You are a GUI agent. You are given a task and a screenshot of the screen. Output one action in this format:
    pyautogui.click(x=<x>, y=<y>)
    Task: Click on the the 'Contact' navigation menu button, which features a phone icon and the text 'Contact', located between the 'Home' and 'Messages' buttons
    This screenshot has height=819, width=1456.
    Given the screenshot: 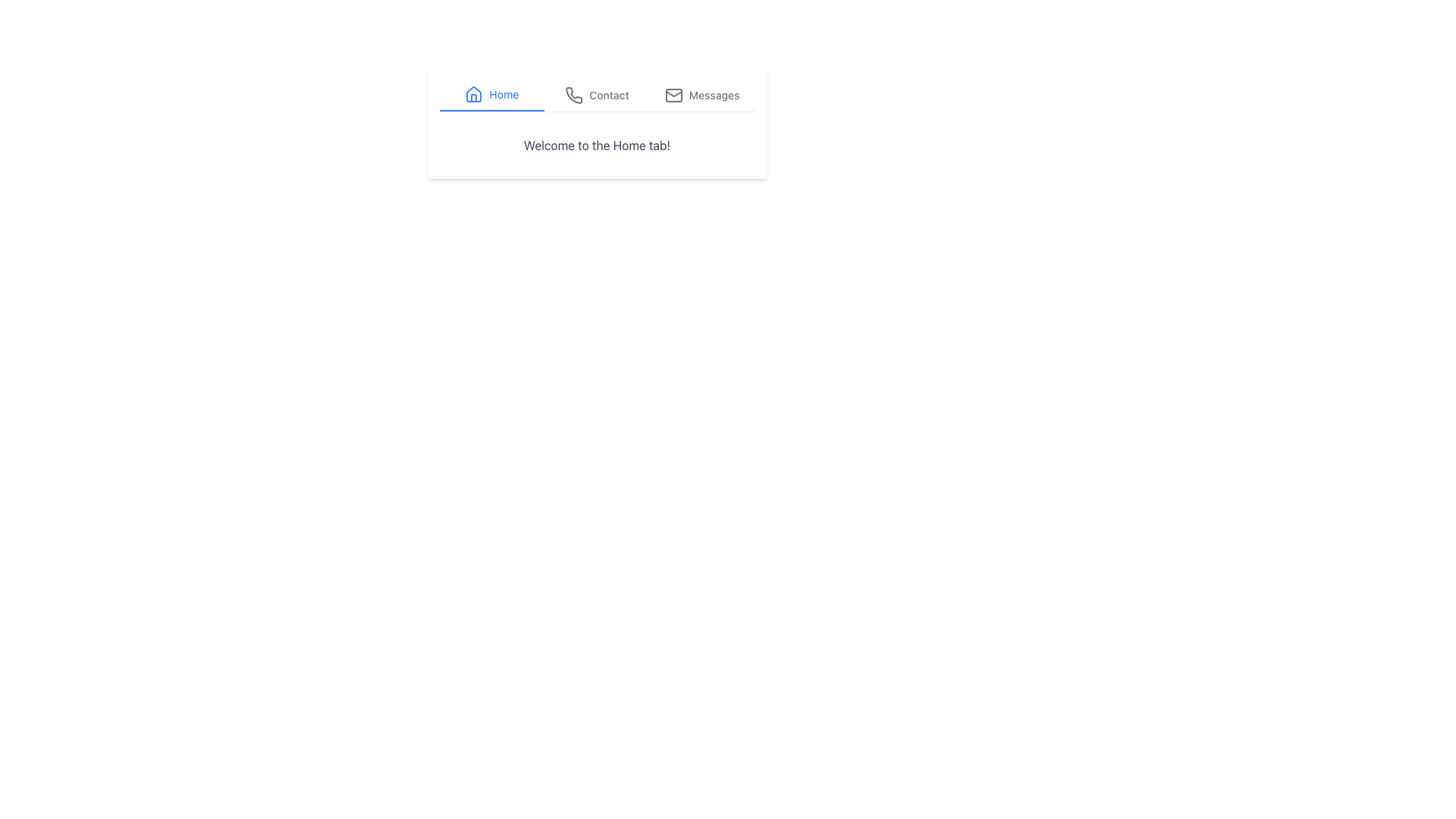 What is the action you would take?
    pyautogui.click(x=596, y=96)
    